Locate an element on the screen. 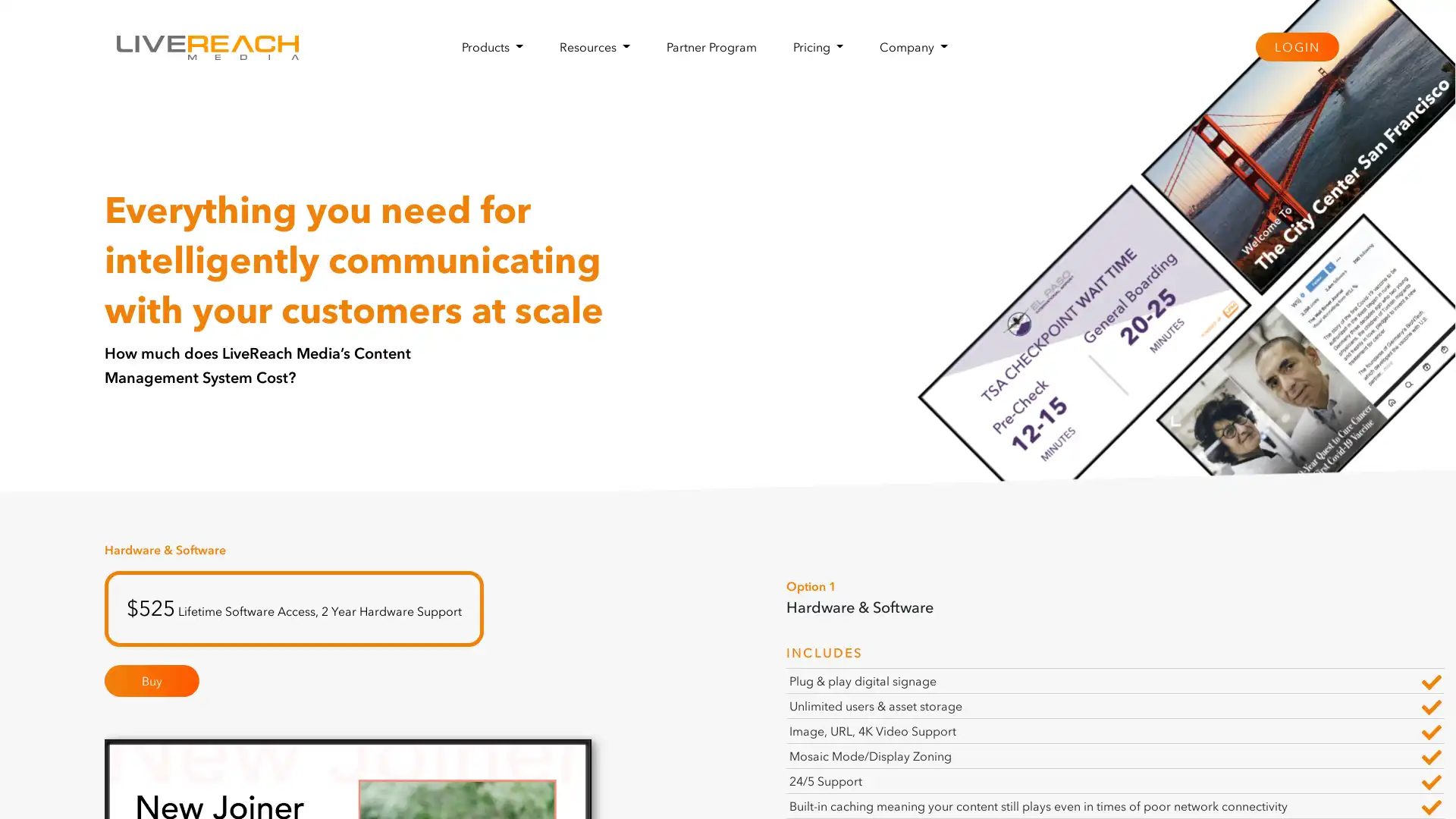  LOGIN is located at coordinates (1295, 45).